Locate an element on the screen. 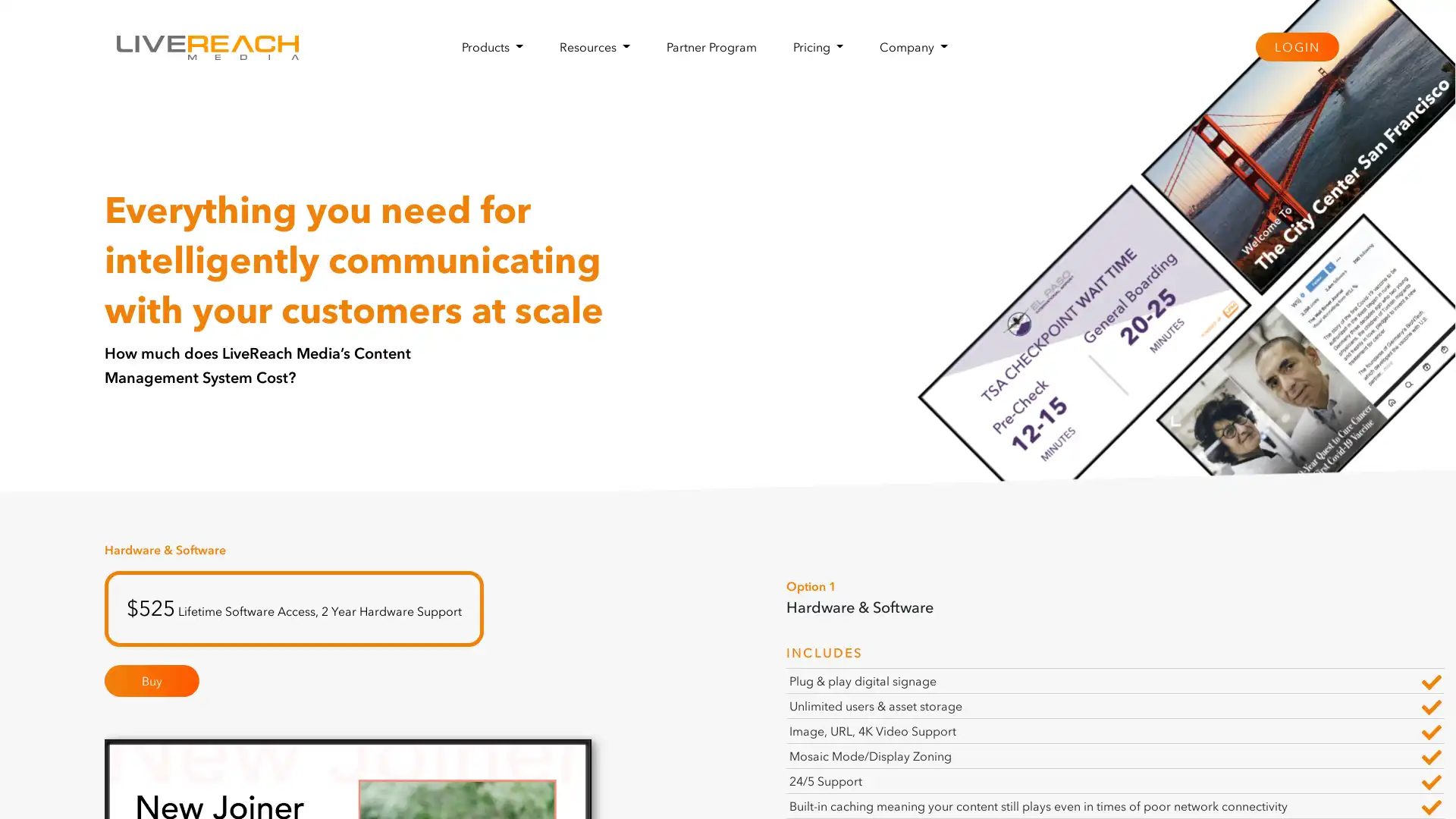  LOGIN is located at coordinates (1295, 45).